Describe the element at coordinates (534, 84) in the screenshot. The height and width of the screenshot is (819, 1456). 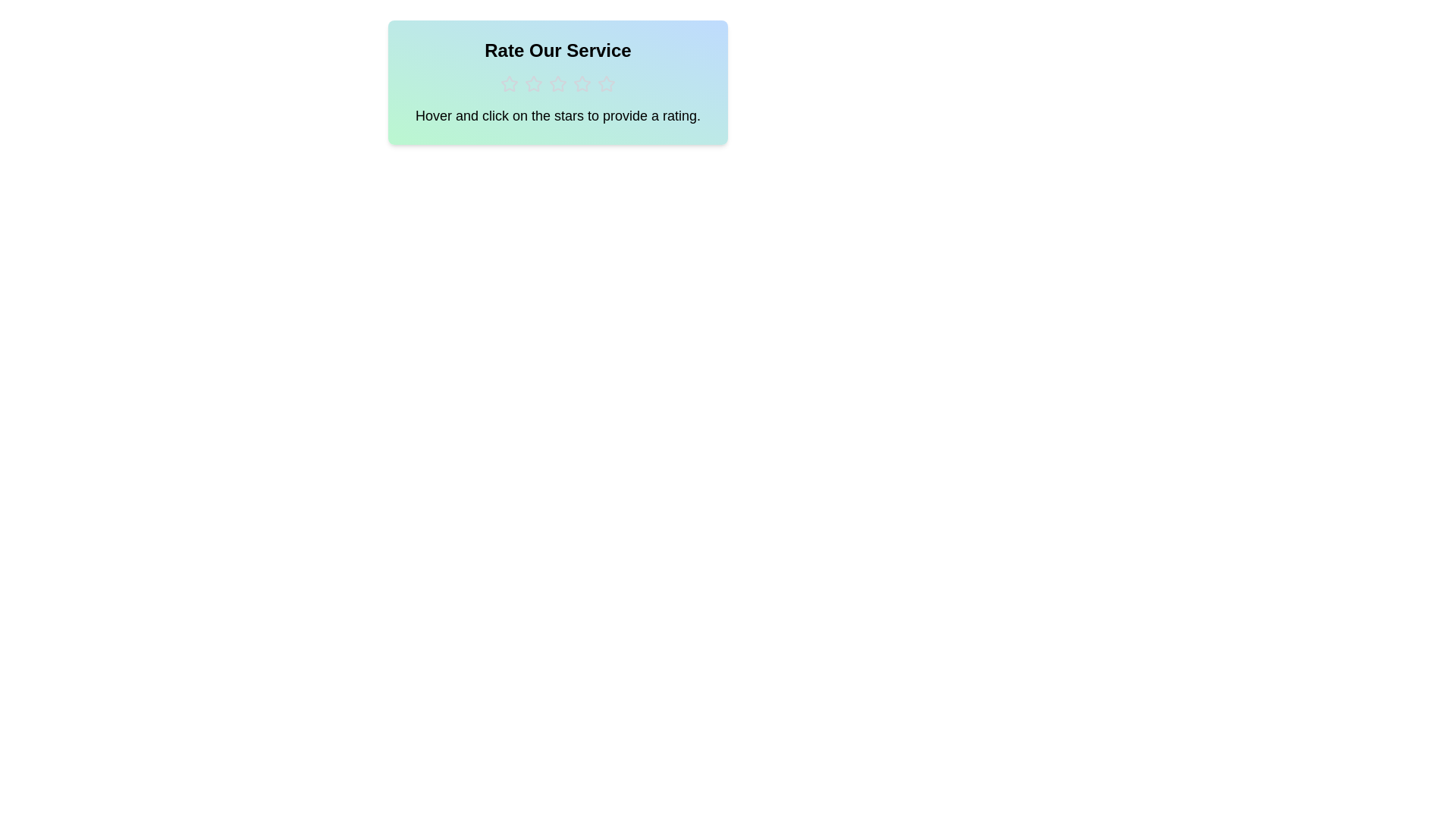
I see `the rating to 2 stars by clicking on the corresponding star` at that location.